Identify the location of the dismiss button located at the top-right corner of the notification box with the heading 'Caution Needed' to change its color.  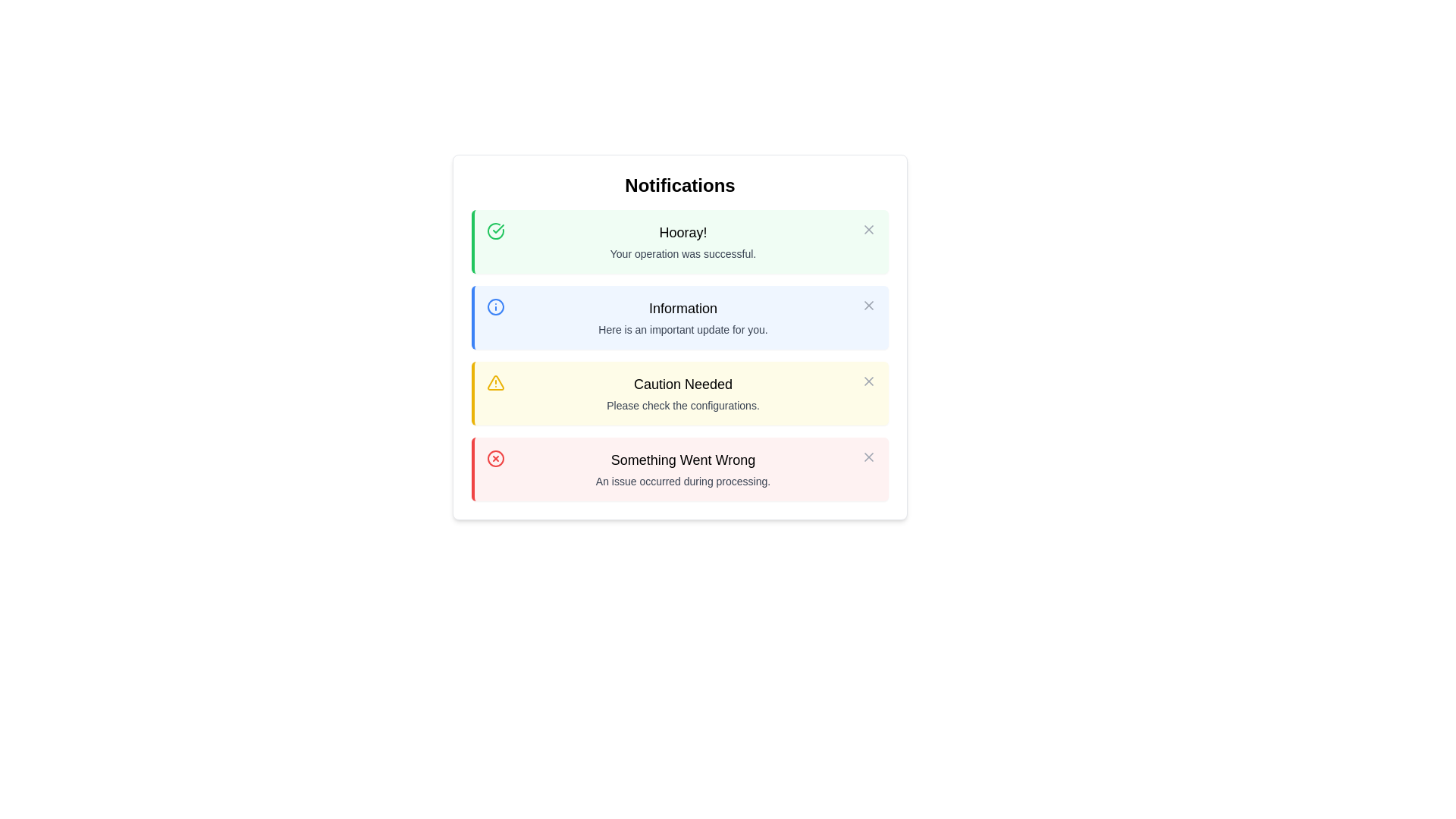
(869, 380).